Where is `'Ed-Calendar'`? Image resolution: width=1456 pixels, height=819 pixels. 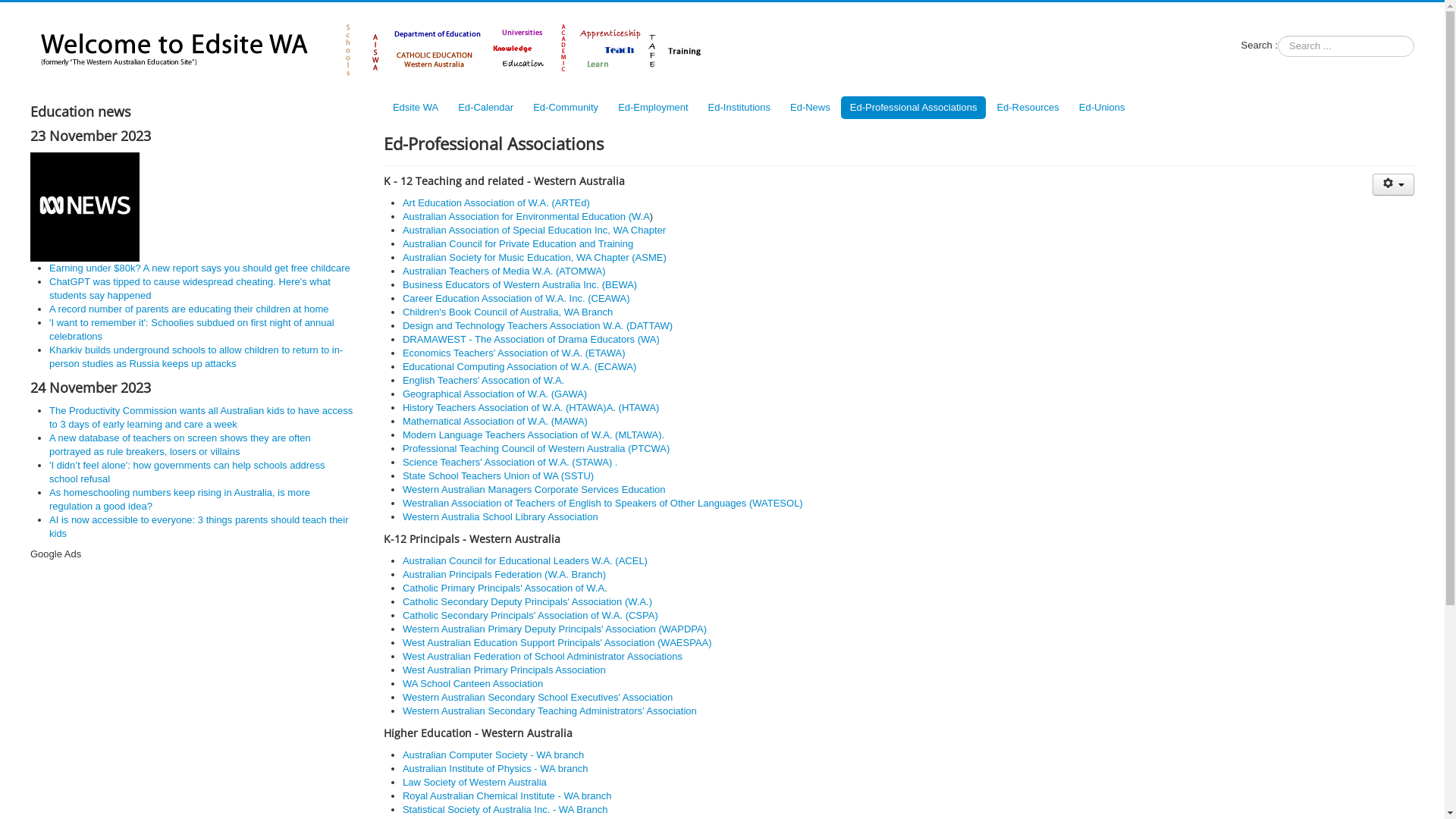 'Ed-Calendar' is located at coordinates (485, 107).